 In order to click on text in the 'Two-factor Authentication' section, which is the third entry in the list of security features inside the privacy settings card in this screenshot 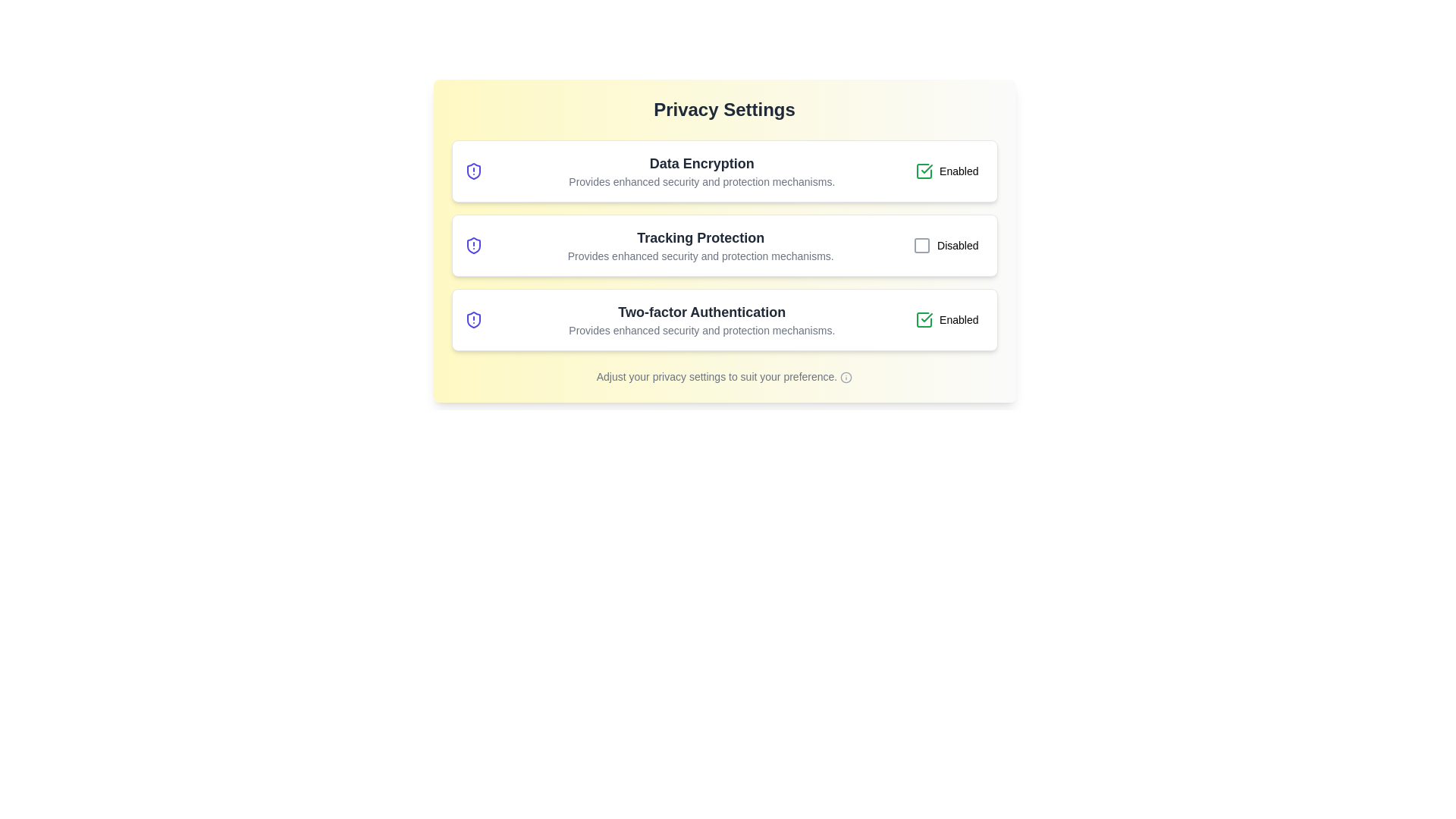, I will do `click(701, 318)`.